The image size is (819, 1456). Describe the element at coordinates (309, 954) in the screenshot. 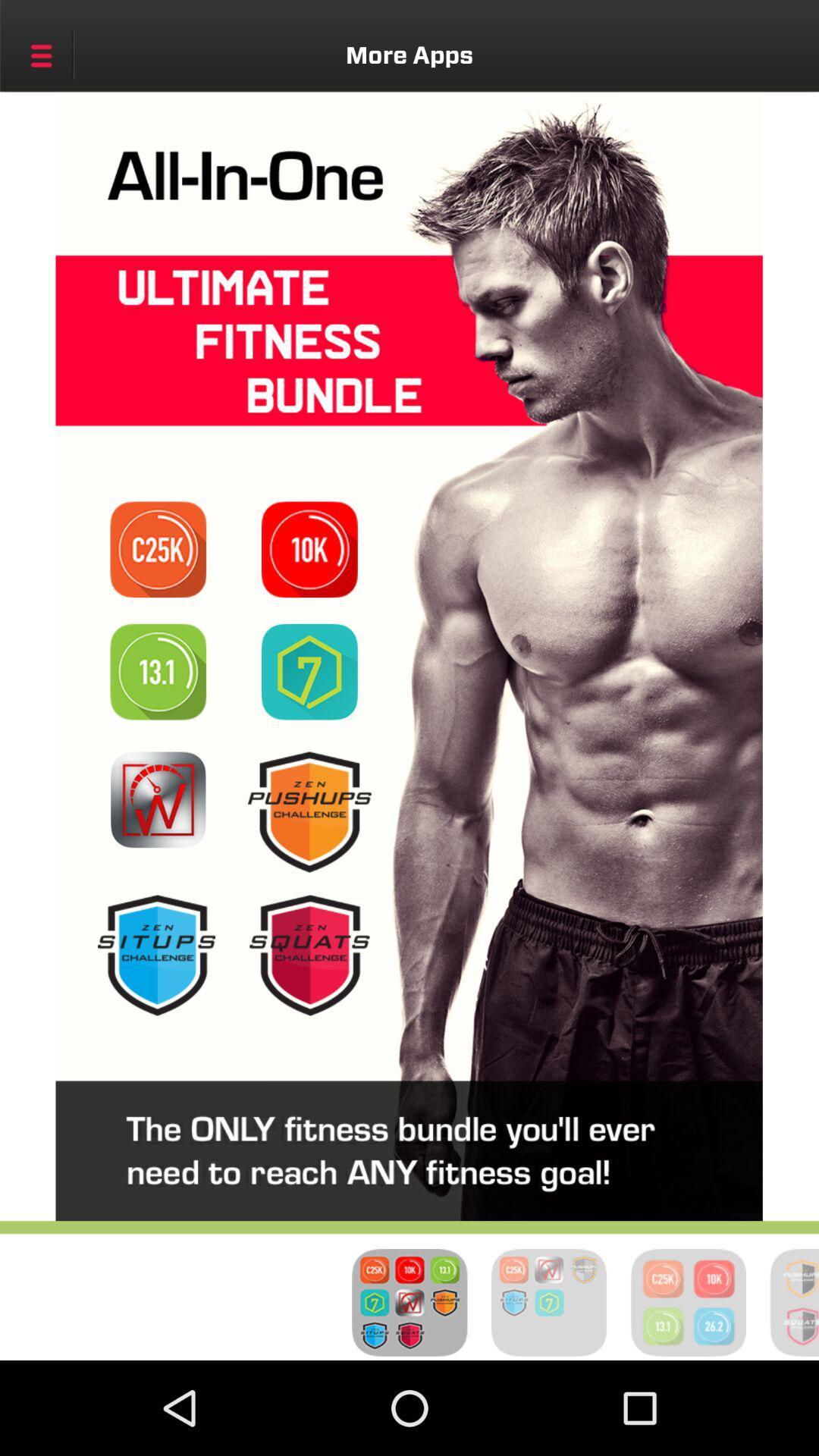

I see `list` at that location.